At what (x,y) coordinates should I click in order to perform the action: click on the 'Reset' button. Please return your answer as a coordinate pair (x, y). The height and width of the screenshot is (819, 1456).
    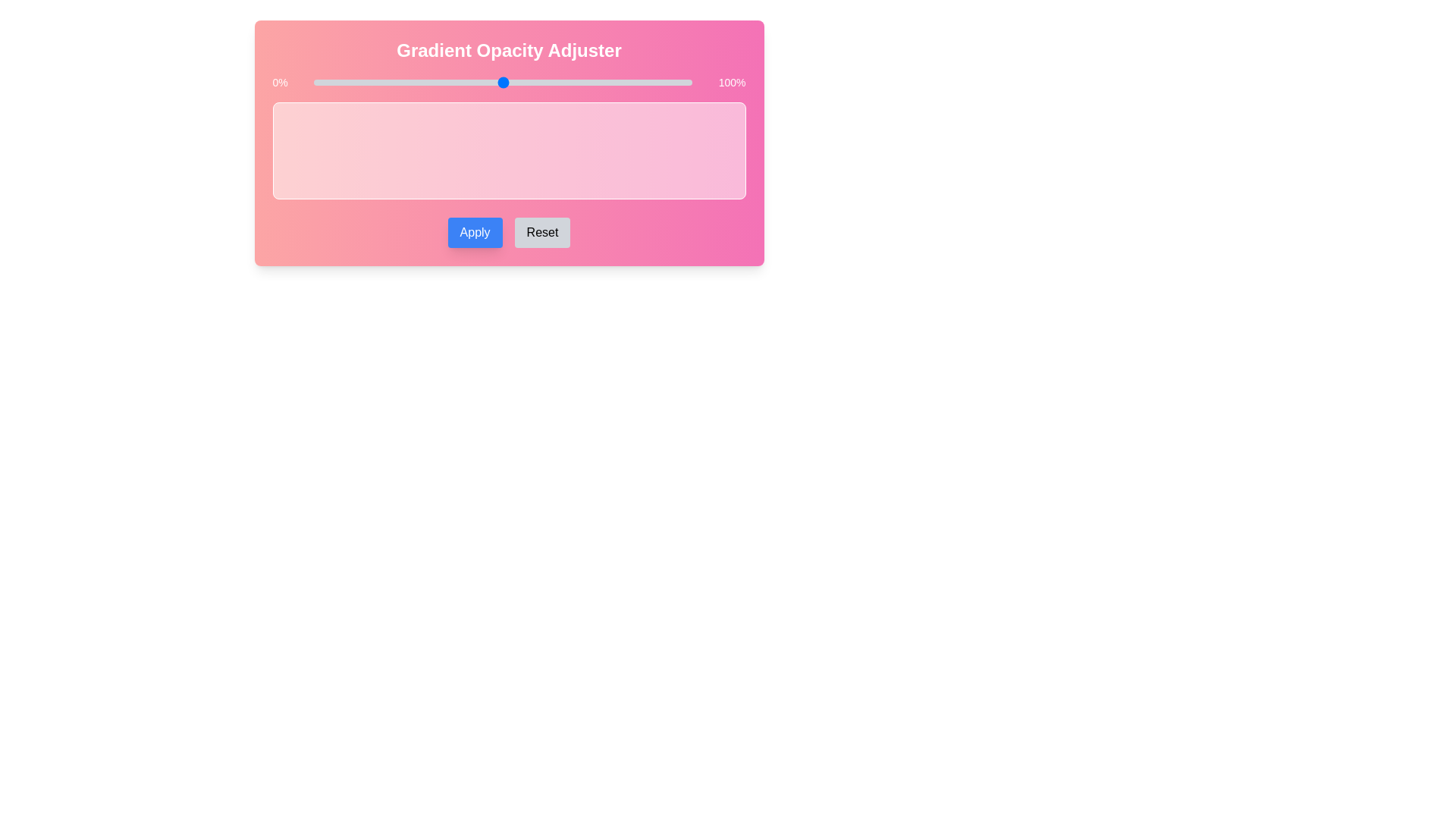
    Looking at the image, I should click on (542, 233).